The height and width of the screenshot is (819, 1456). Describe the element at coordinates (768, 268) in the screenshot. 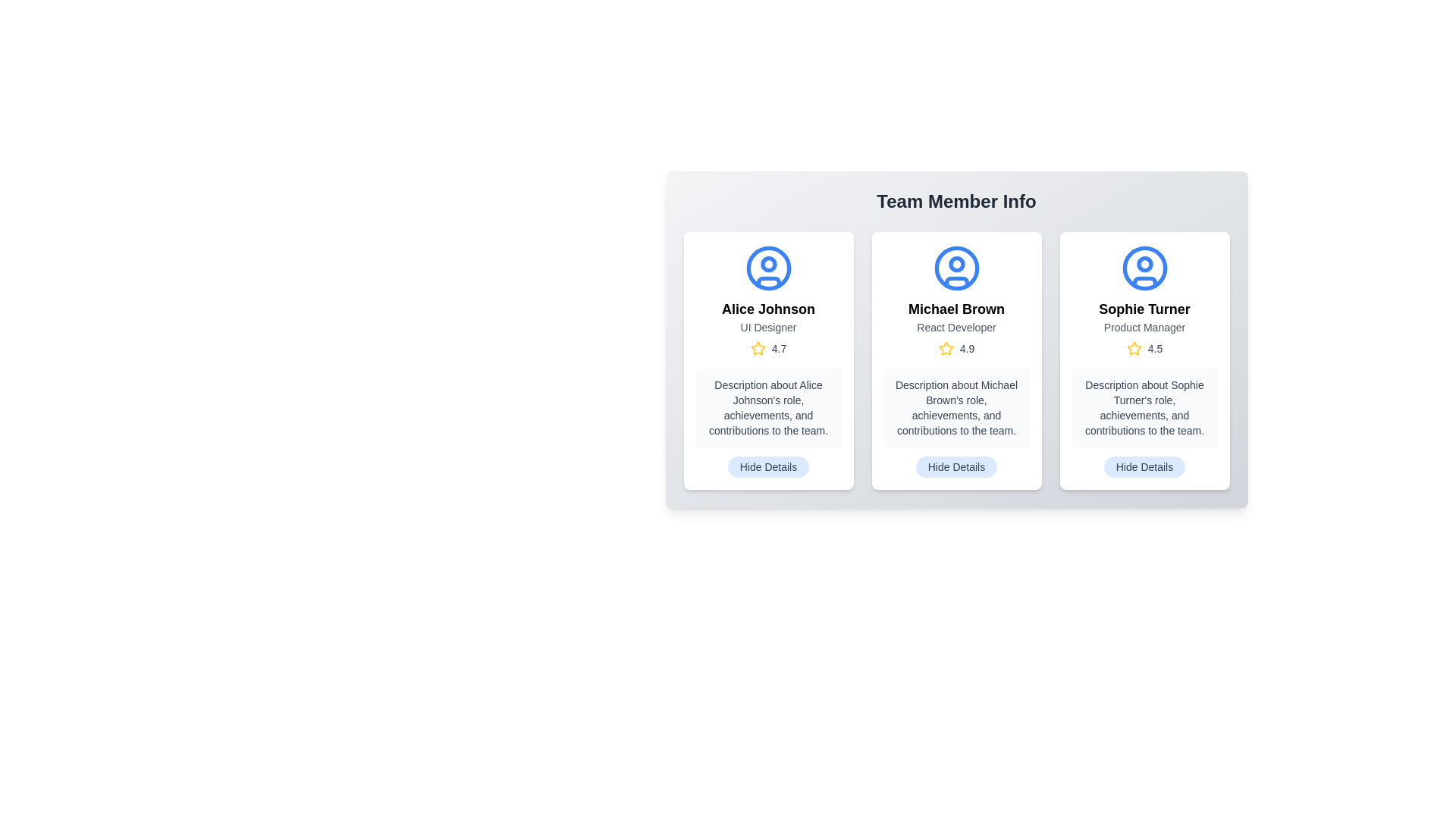

I see `the circular avatar icon representing Alice Johnson, which is located at the top part of her profile card, featuring a blue outline and modern design` at that location.